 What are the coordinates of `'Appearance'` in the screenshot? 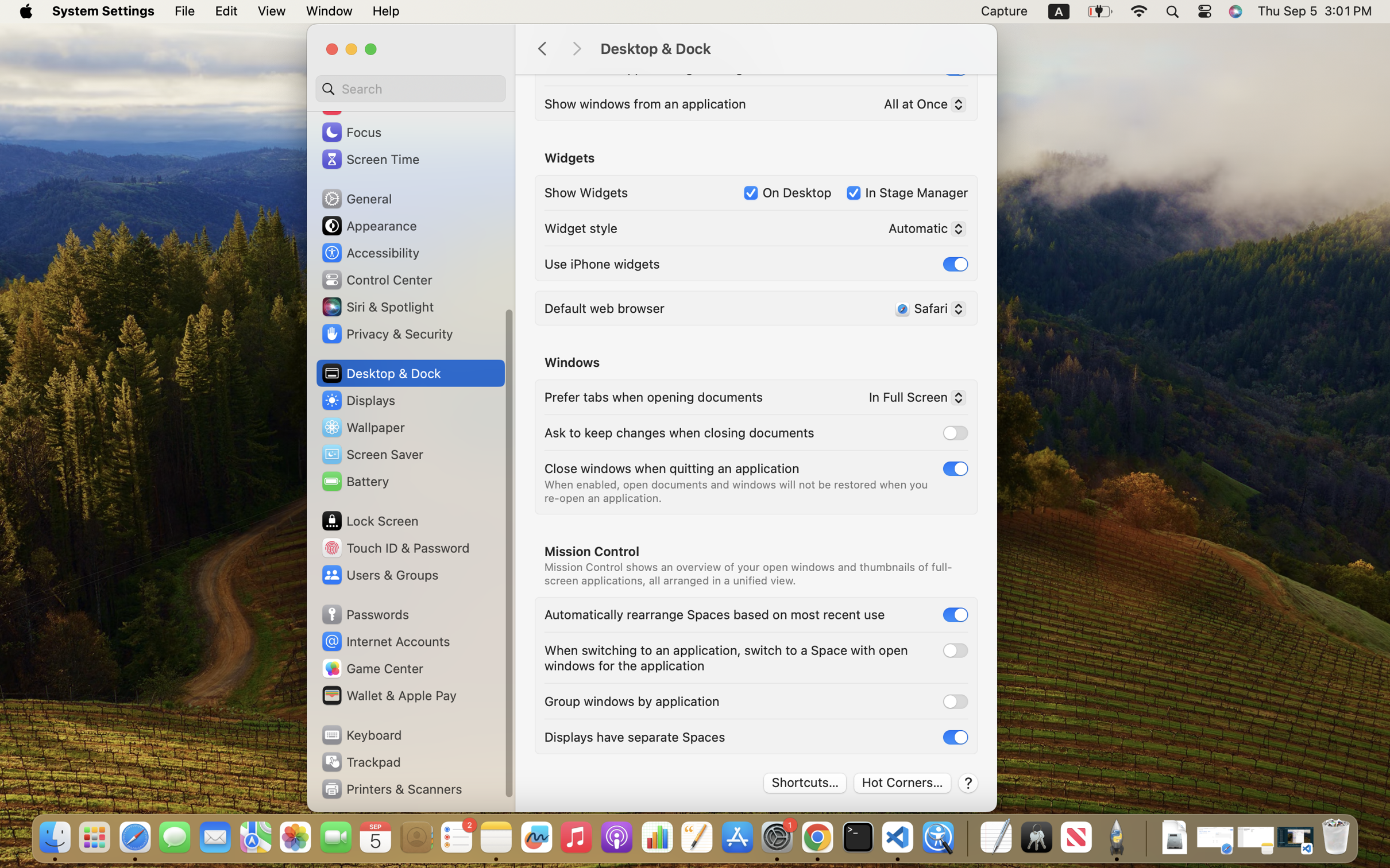 It's located at (368, 225).